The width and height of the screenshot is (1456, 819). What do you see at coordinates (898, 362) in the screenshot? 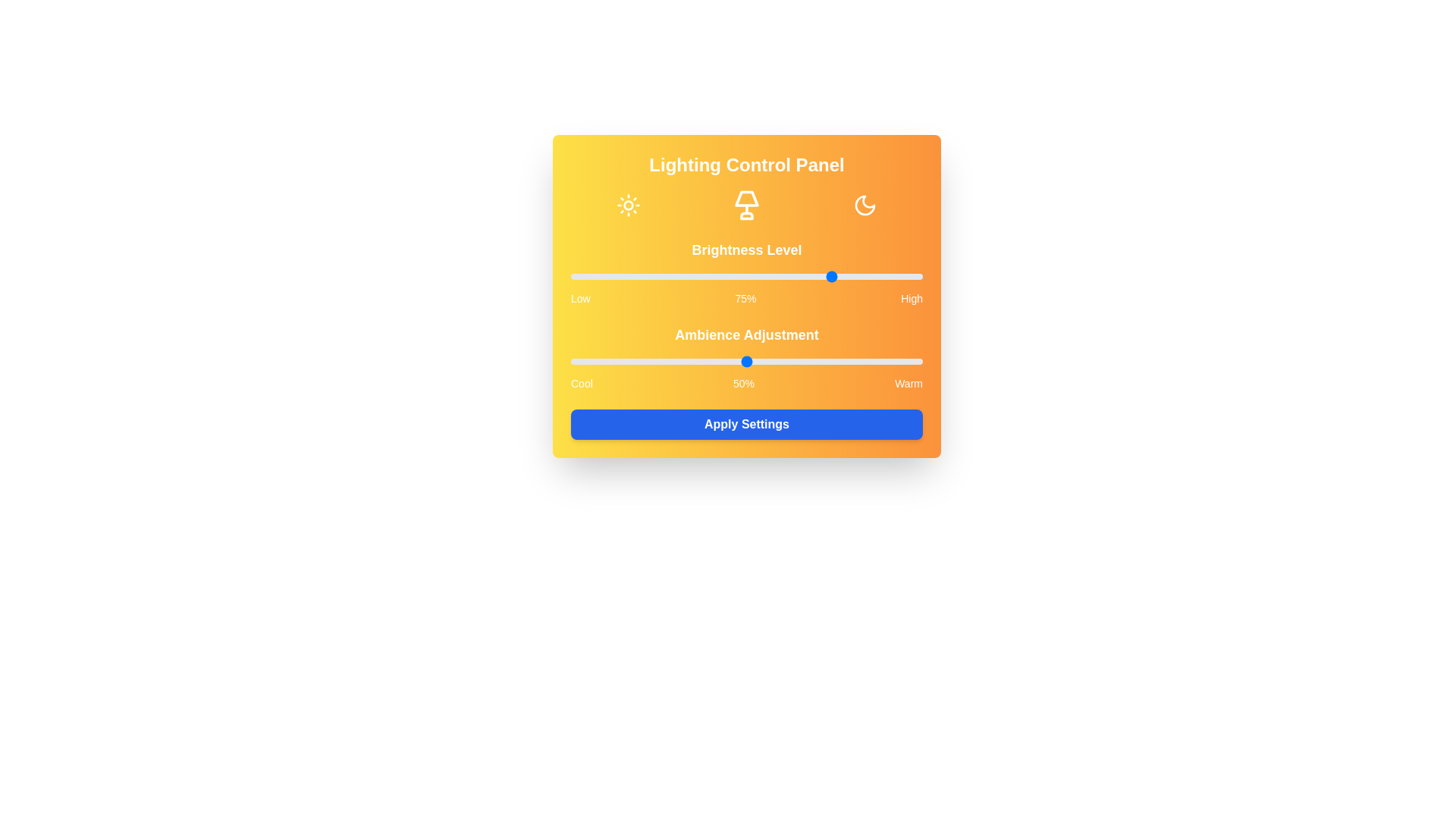
I see `the ambiance level to 93% by adjusting the slider` at bounding box center [898, 362].